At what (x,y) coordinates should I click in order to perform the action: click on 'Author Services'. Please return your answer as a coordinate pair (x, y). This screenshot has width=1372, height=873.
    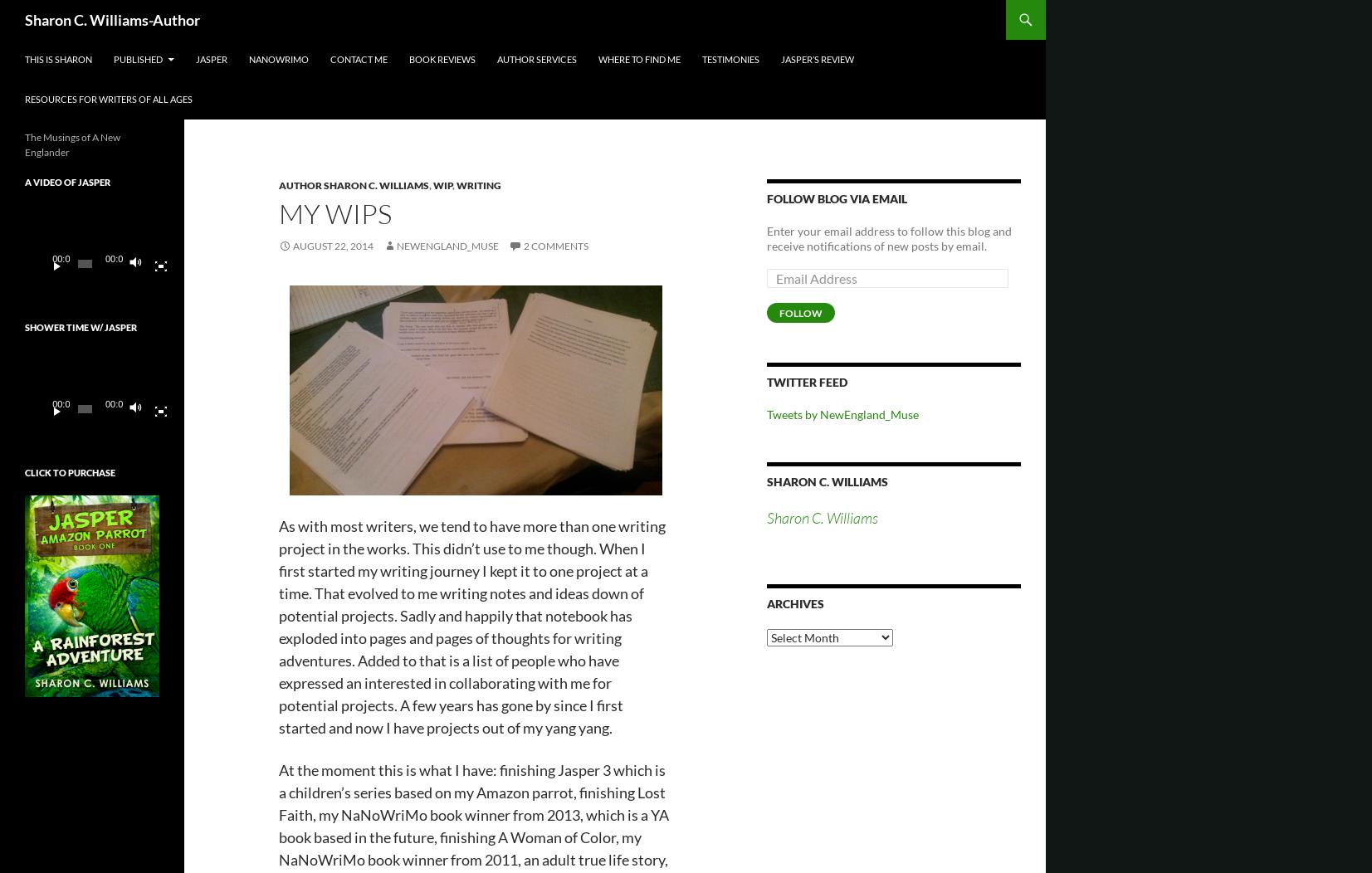
    Looking at the image, I should click on (535, 58).